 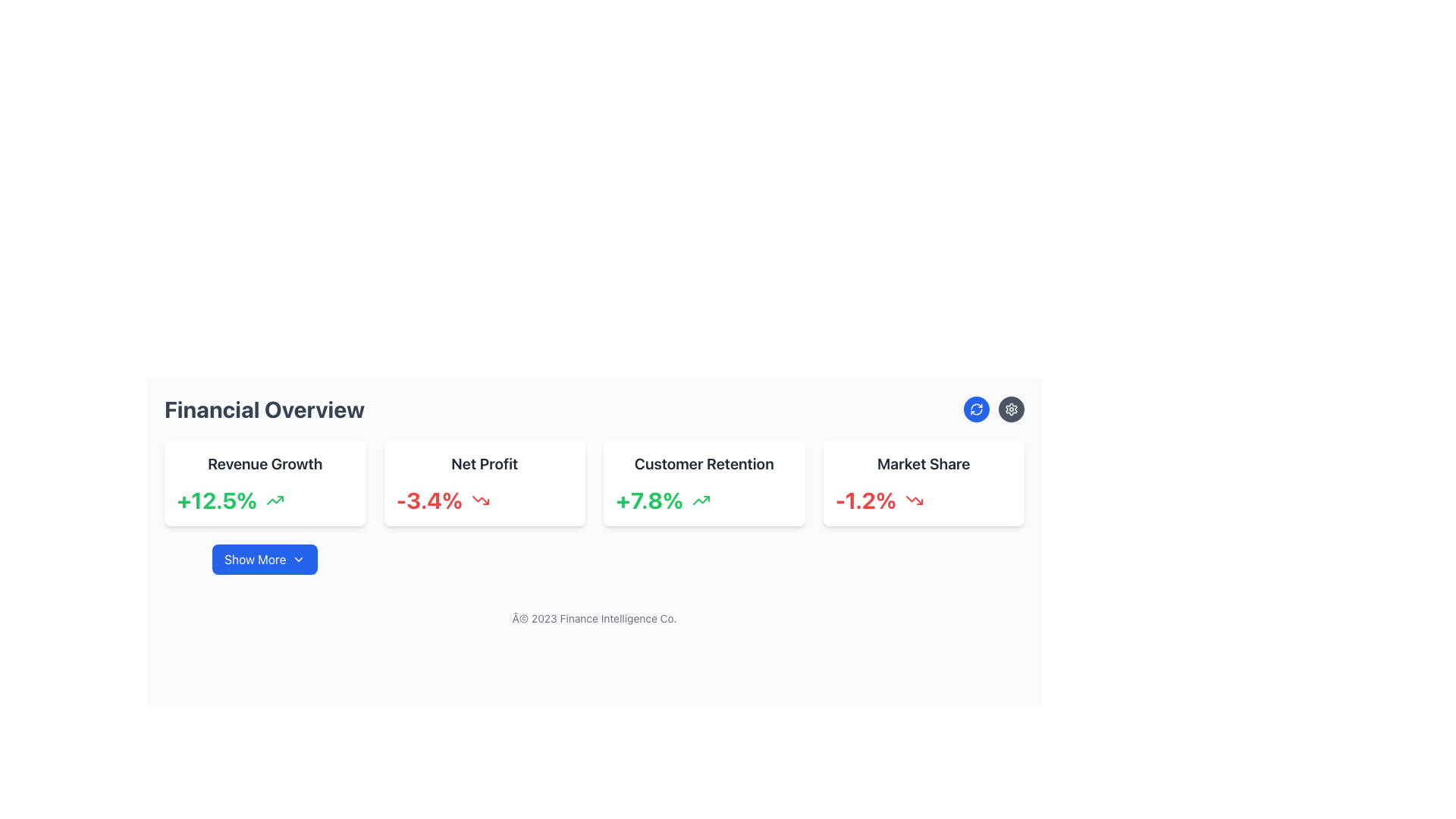 I want to click on the button located at the lower center of the financial metrics section, so click(x=265, y=559).